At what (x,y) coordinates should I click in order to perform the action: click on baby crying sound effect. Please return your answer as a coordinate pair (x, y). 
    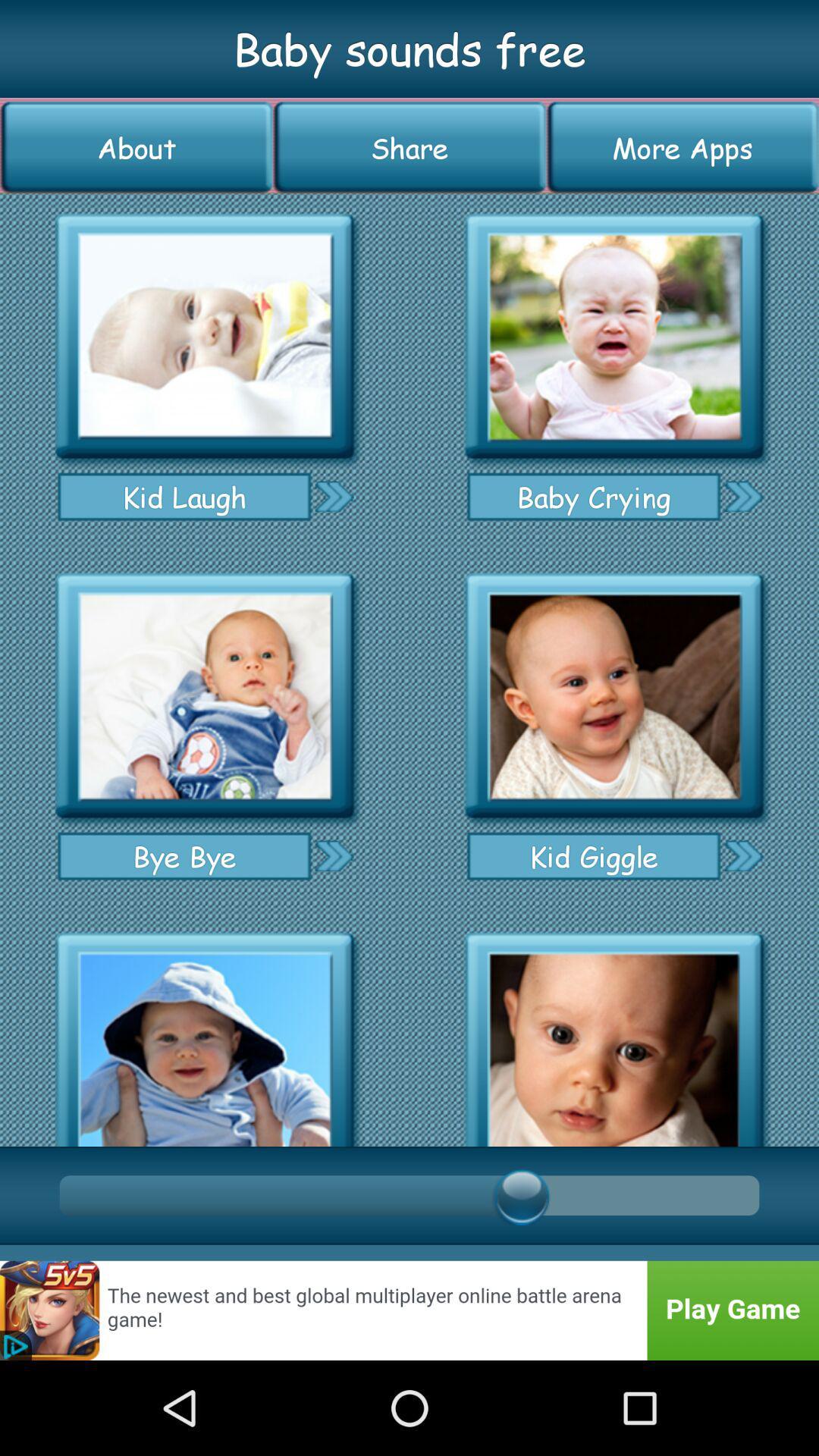
    Looking at the image, I should click on (614, 336).